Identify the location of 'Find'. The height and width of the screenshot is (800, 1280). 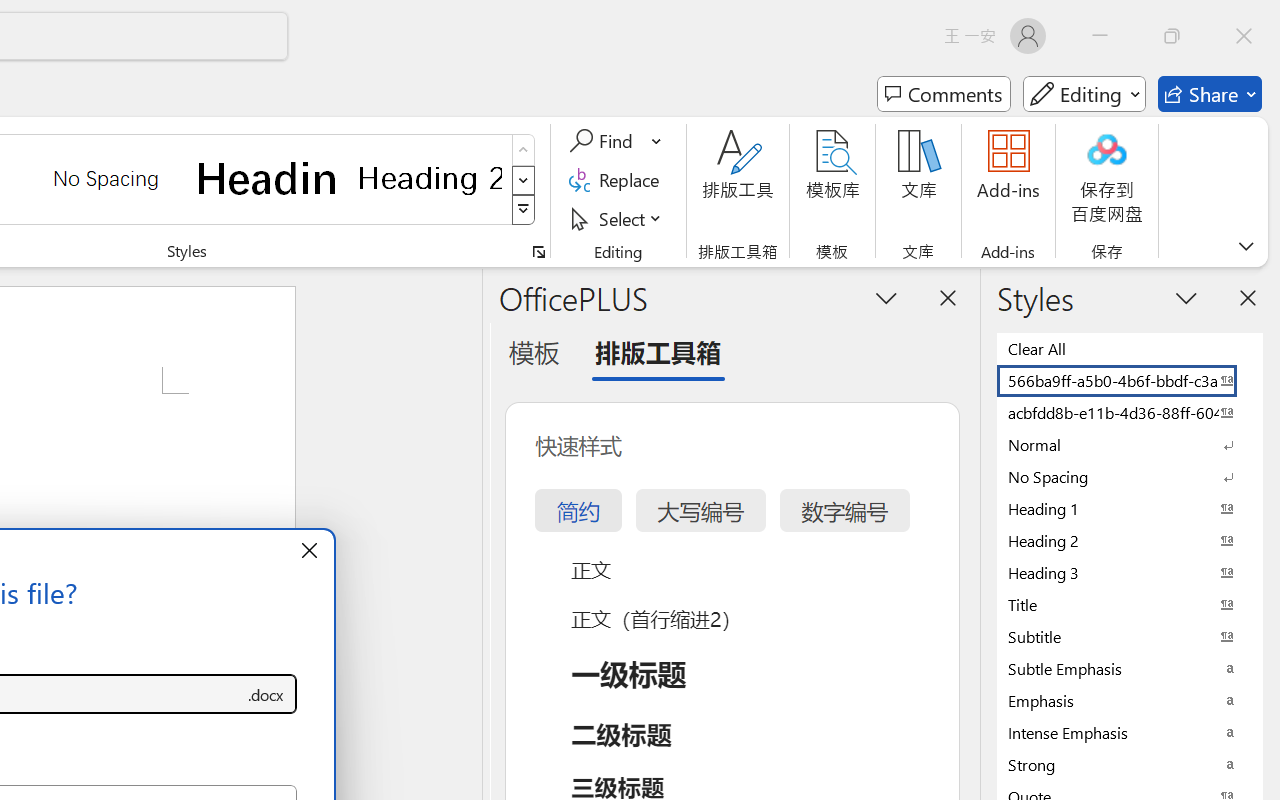
(603, 141).